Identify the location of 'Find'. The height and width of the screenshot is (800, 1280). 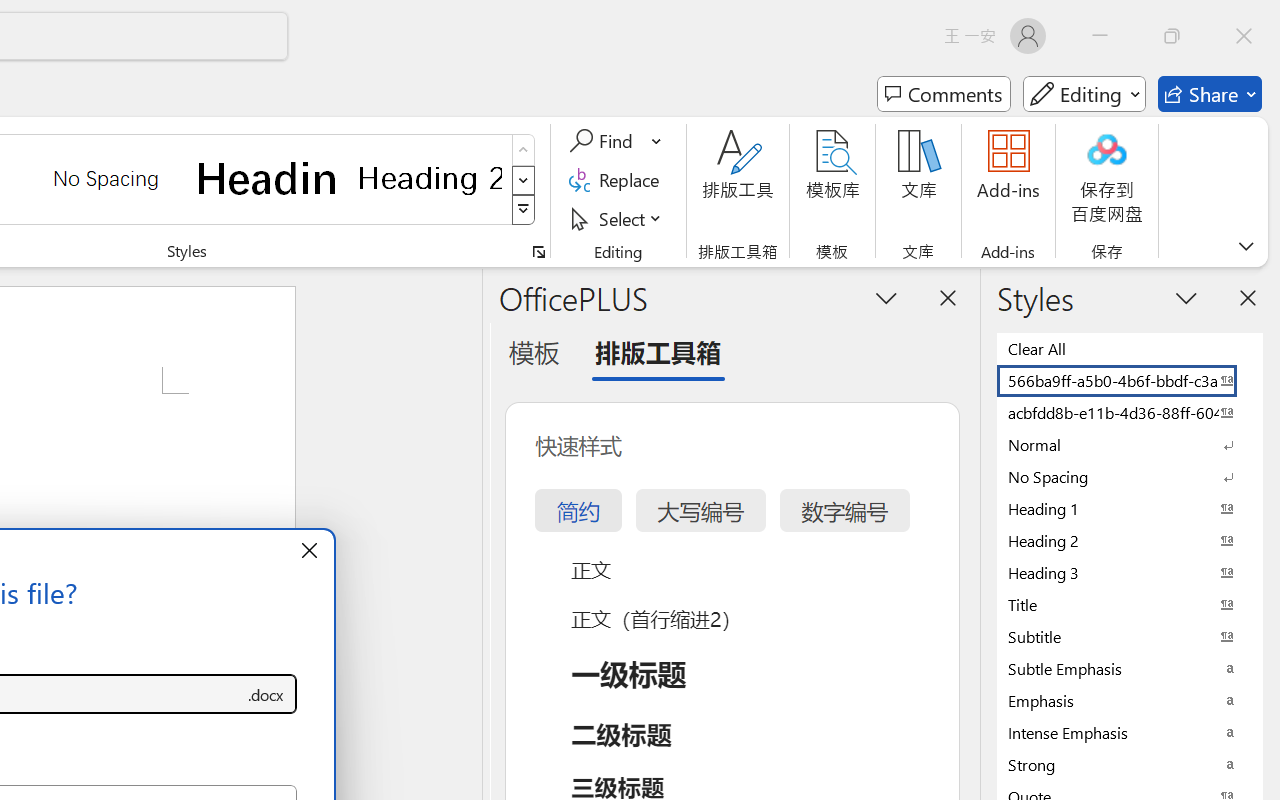
(603, 141).